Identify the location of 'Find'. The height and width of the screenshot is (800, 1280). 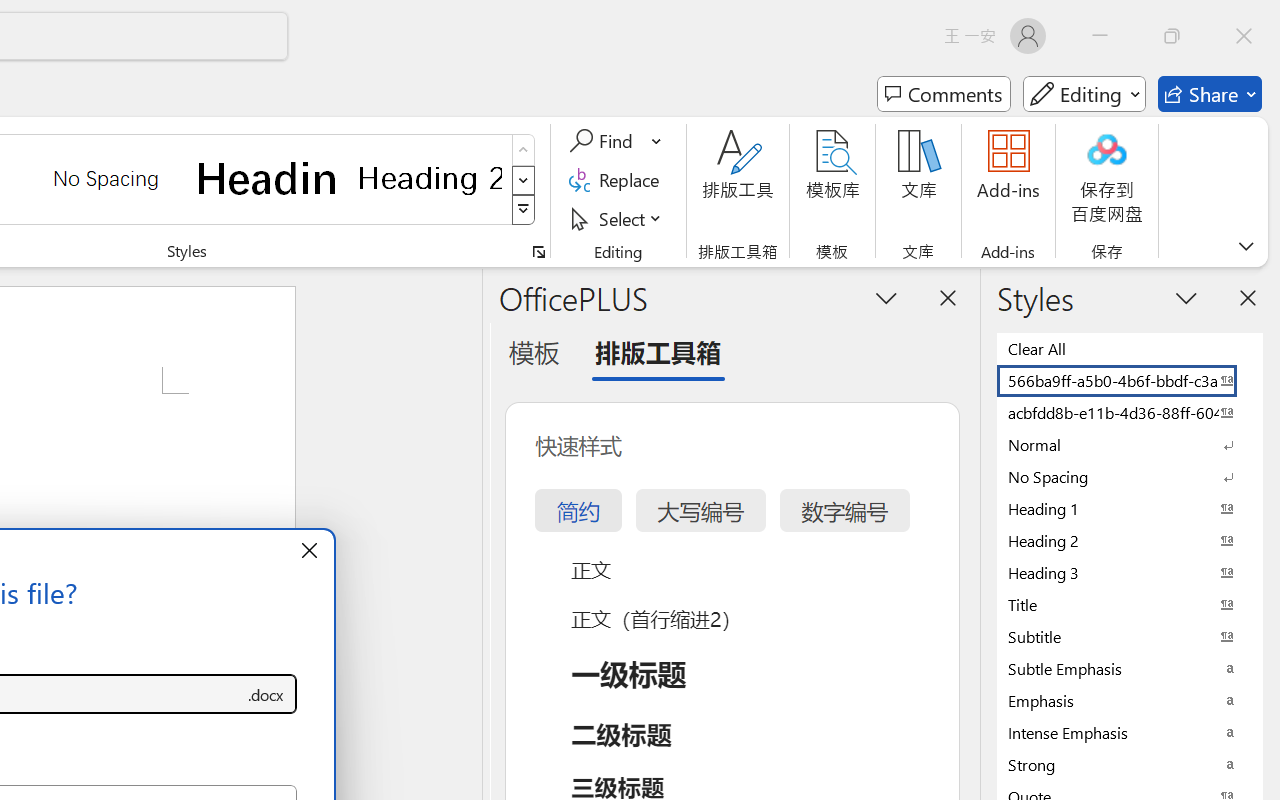
(603, 141).